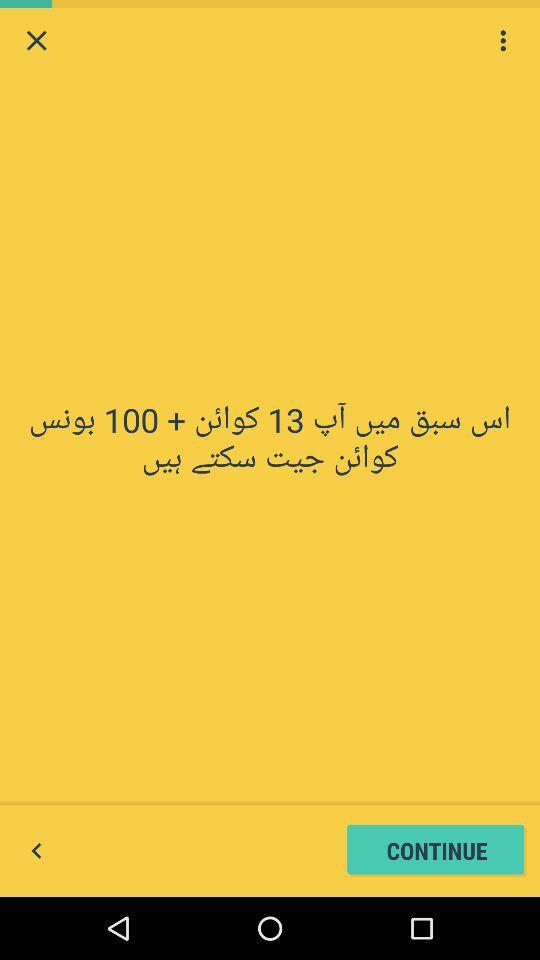 Image resolution: width=540 pixels, height=960 pixels. Describe the element at coordinates (502, 39) in the screenshot. I see `open menu` at that location.